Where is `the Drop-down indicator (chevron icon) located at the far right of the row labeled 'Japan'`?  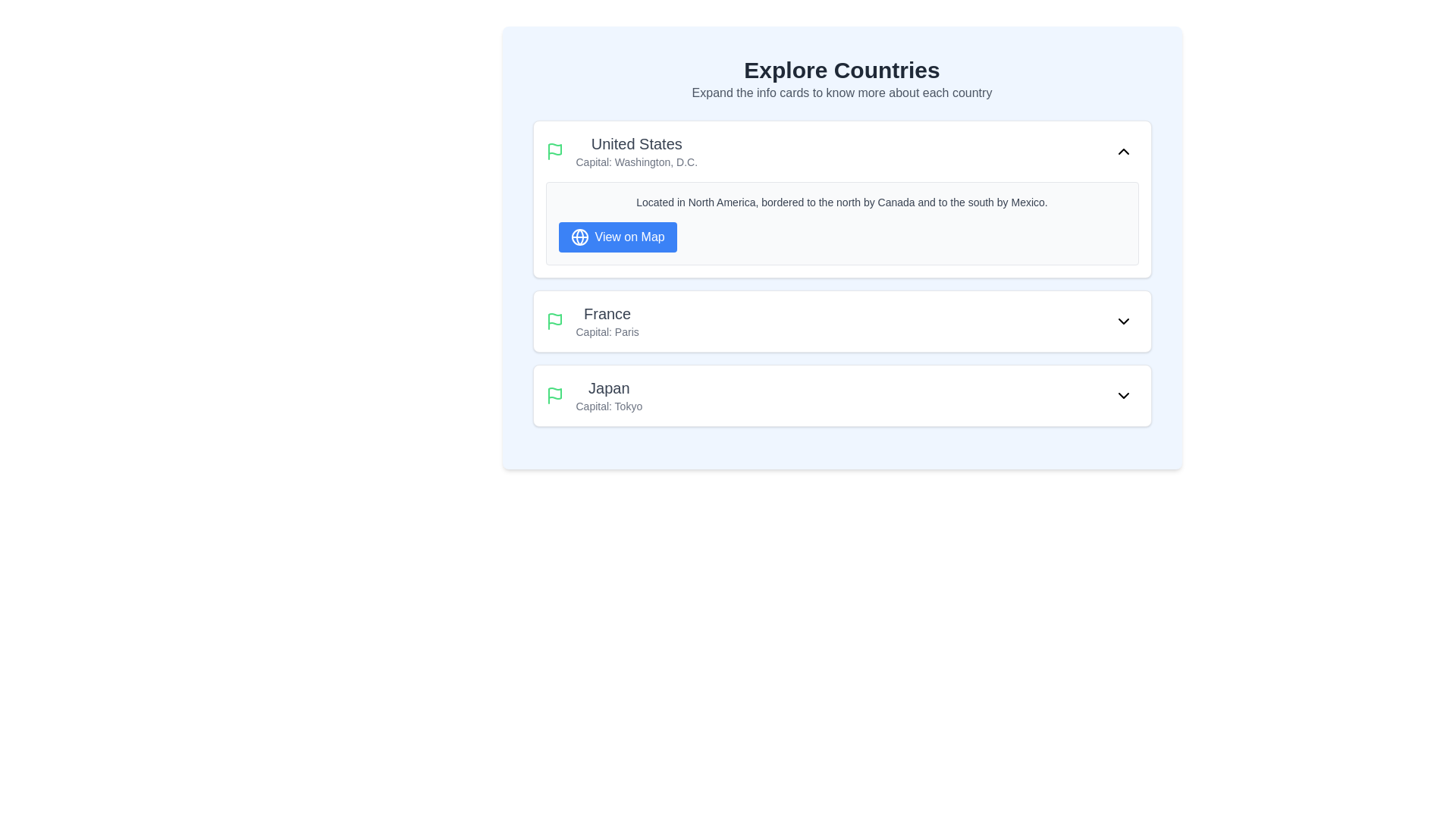 the Drop-down indicator (chevron icon) located at the far right of the row labeled 'Japan' is located at coordinates (1123, 394).